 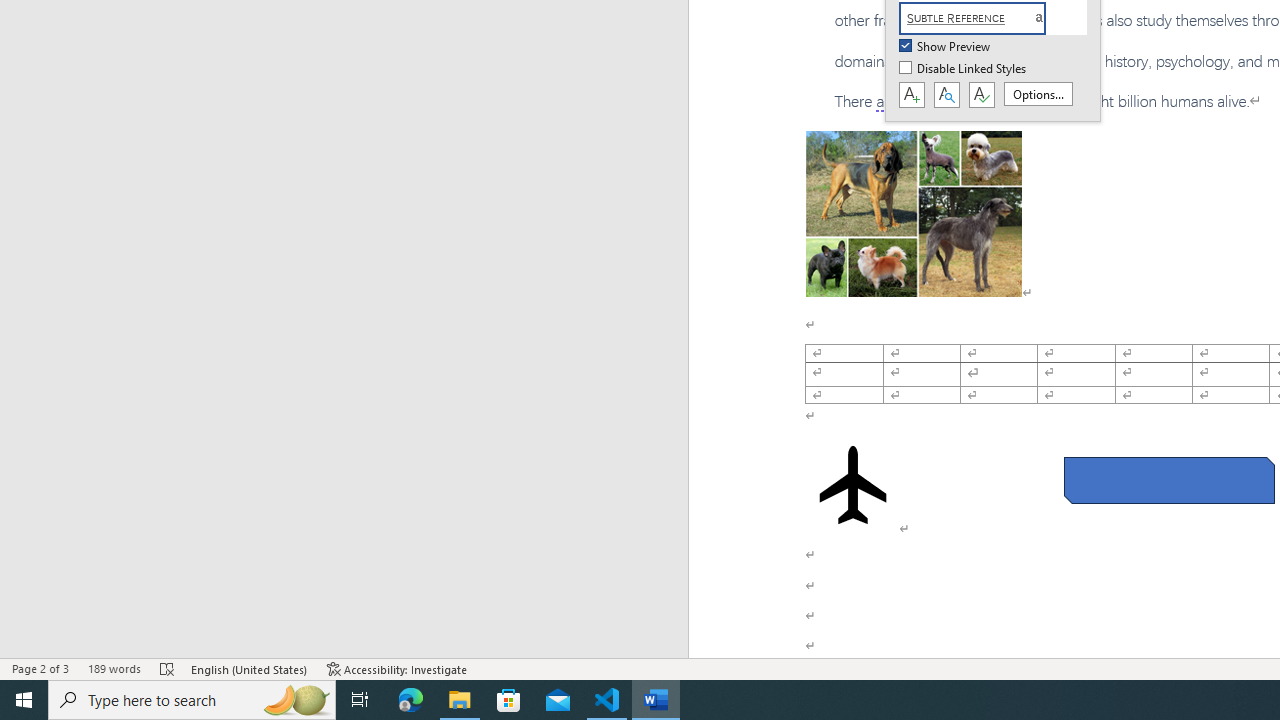 I want to click on 'Page Number Page 2 of 3', so click(x=40, y=669).